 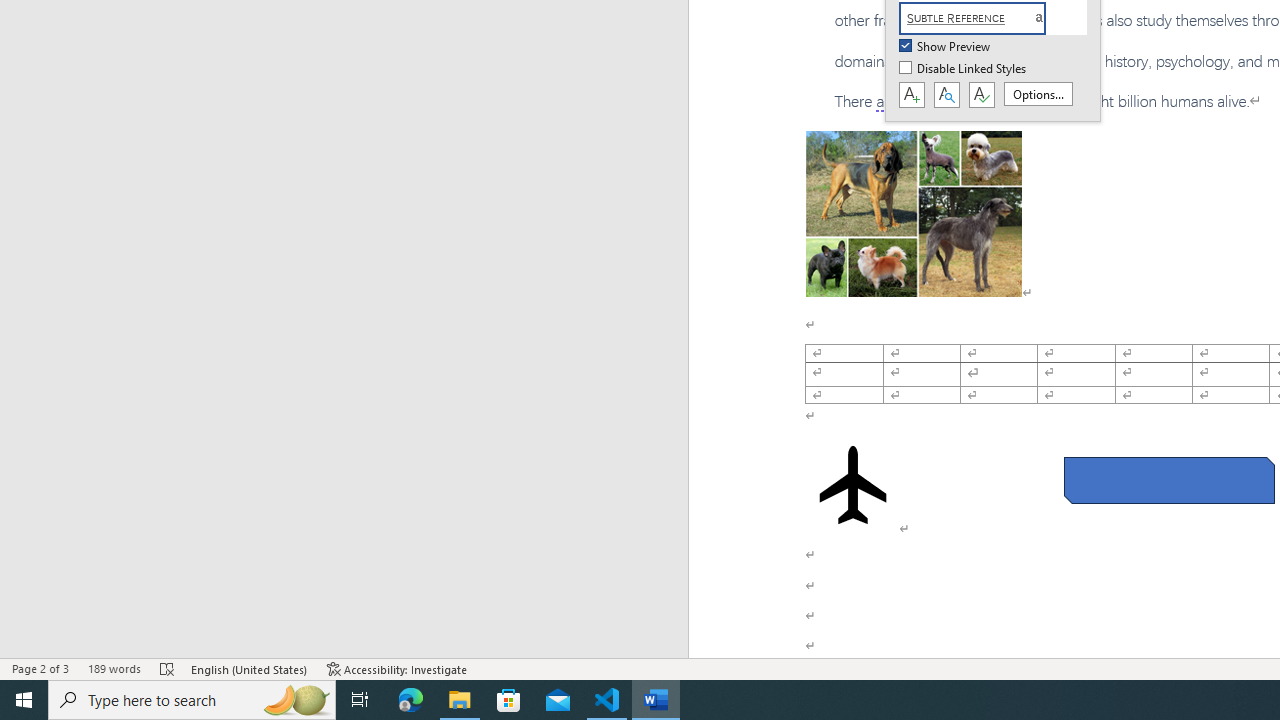 I want to click on 'Page Number Page 2 of 3', so click(x=40, y=669).